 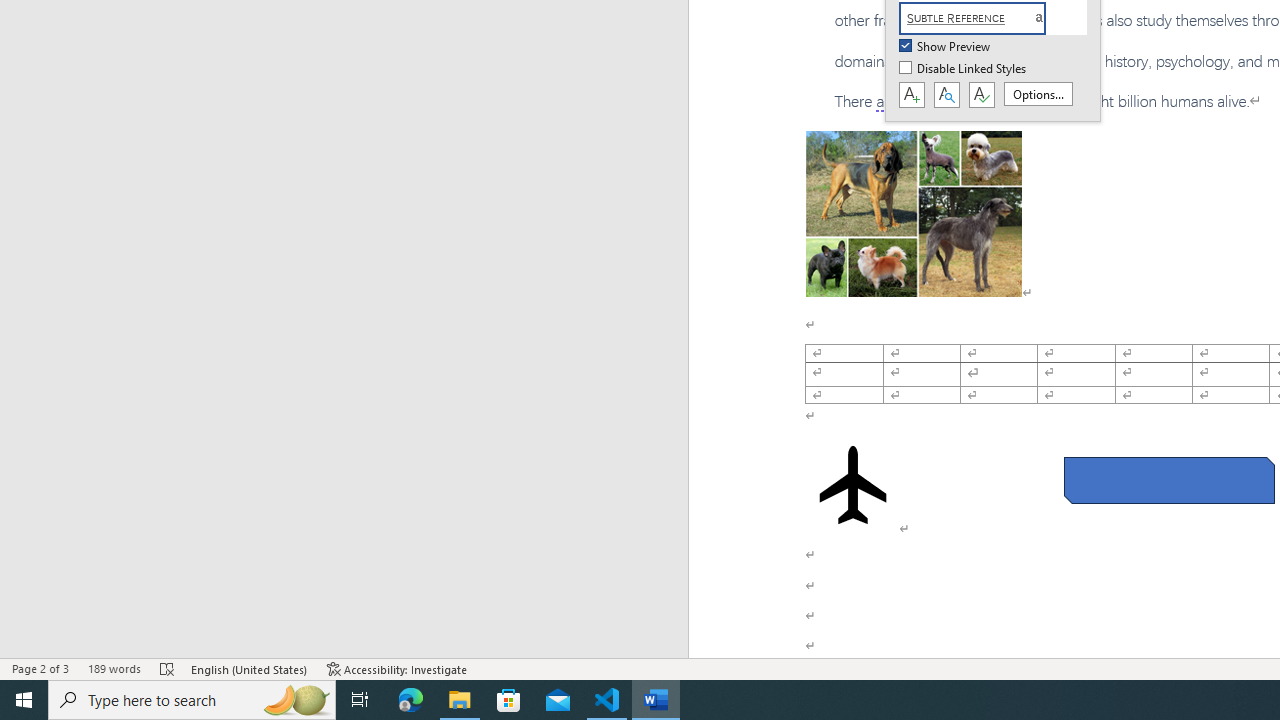 I want to click on 'Page Number Page 2 of 3', so click(x=40, y=669).